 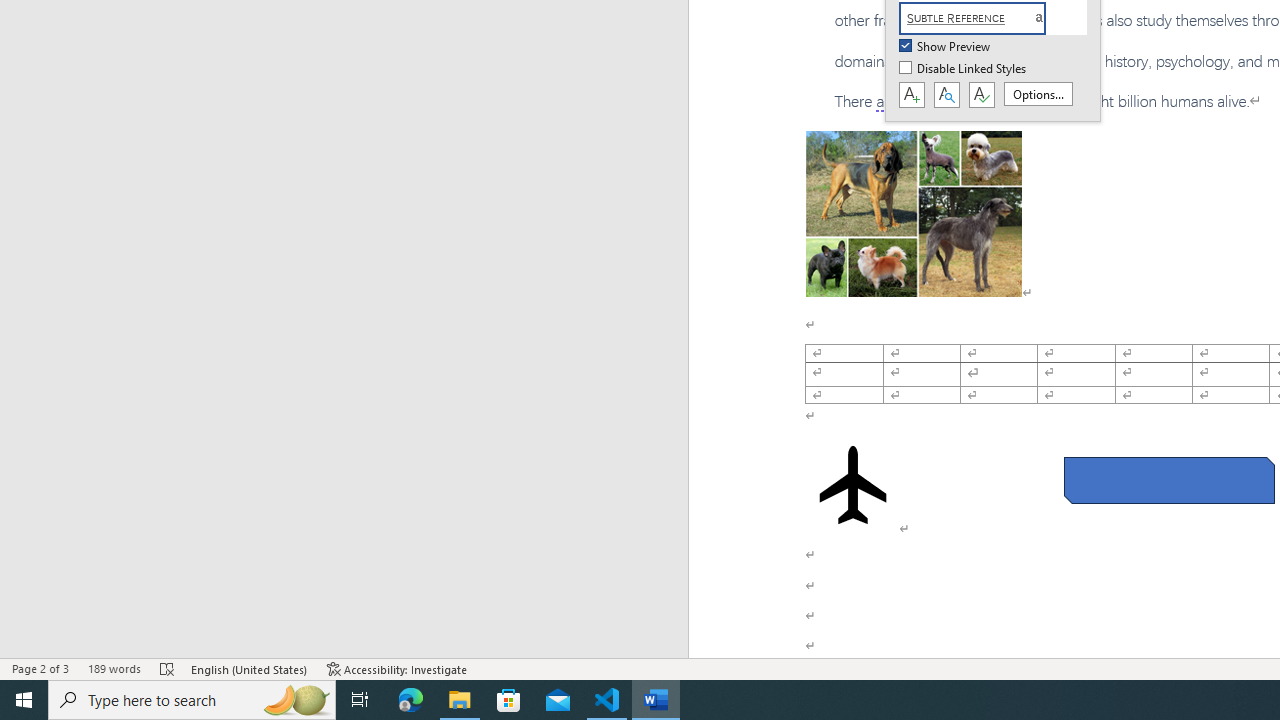 I want to click on 'Page Number Page 2 of 3', so click(x=40, y=669).